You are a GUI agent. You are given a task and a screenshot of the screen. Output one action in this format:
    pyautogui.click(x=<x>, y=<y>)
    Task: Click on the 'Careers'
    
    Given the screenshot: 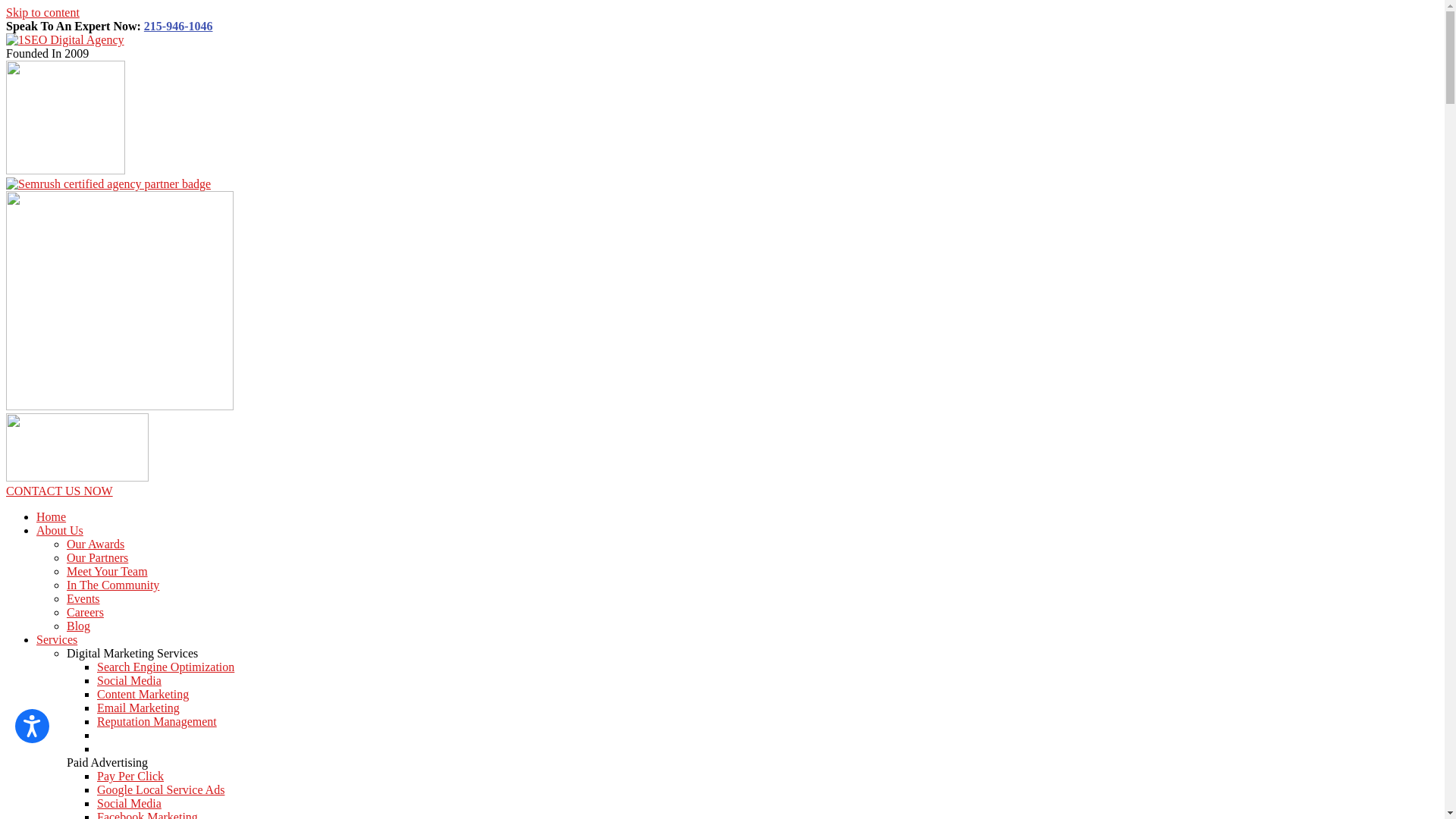 What is the action you would take?
    pyautogui.click(x=84, y=611)
    